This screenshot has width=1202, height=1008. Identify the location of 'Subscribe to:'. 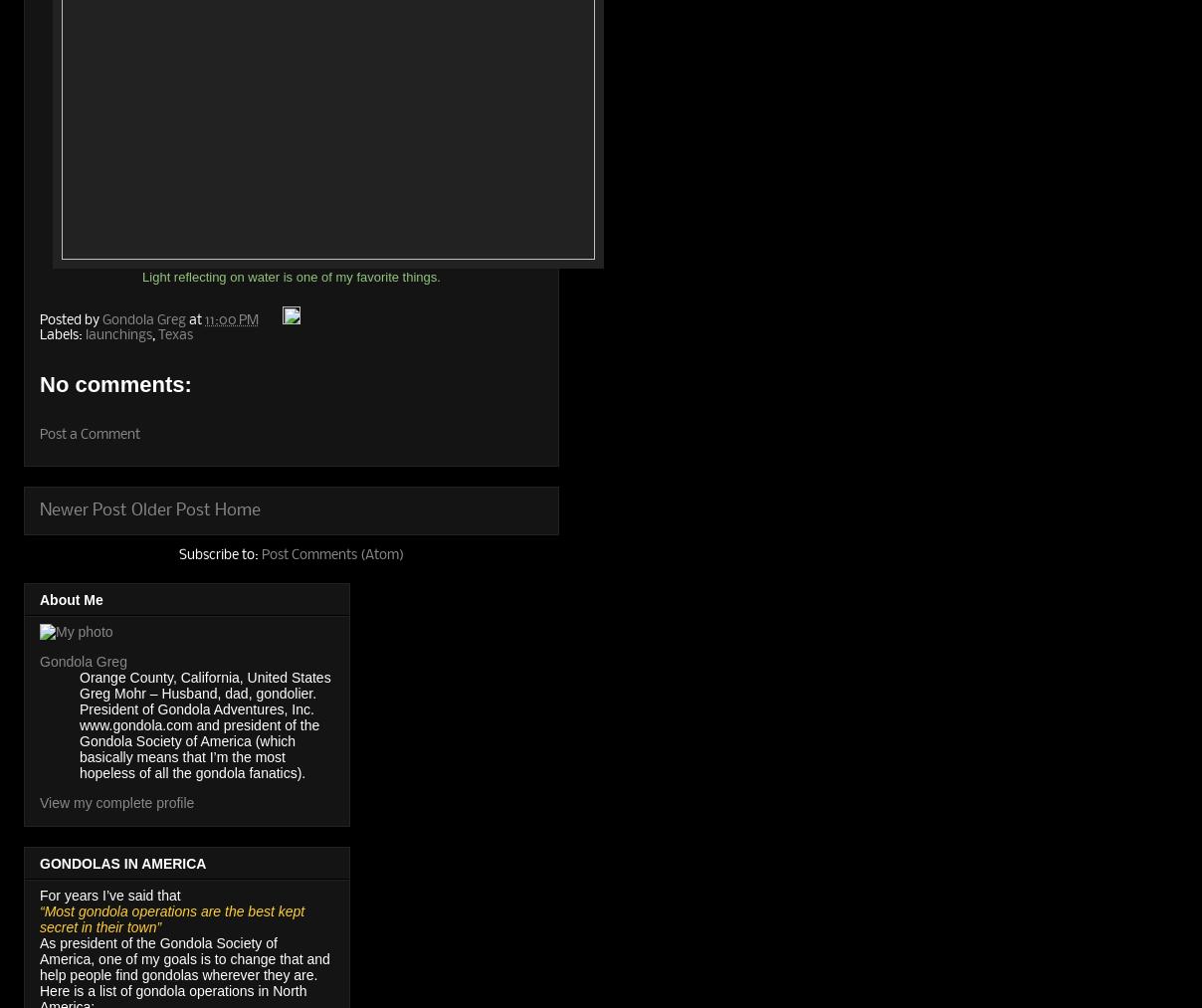
(178, 554).